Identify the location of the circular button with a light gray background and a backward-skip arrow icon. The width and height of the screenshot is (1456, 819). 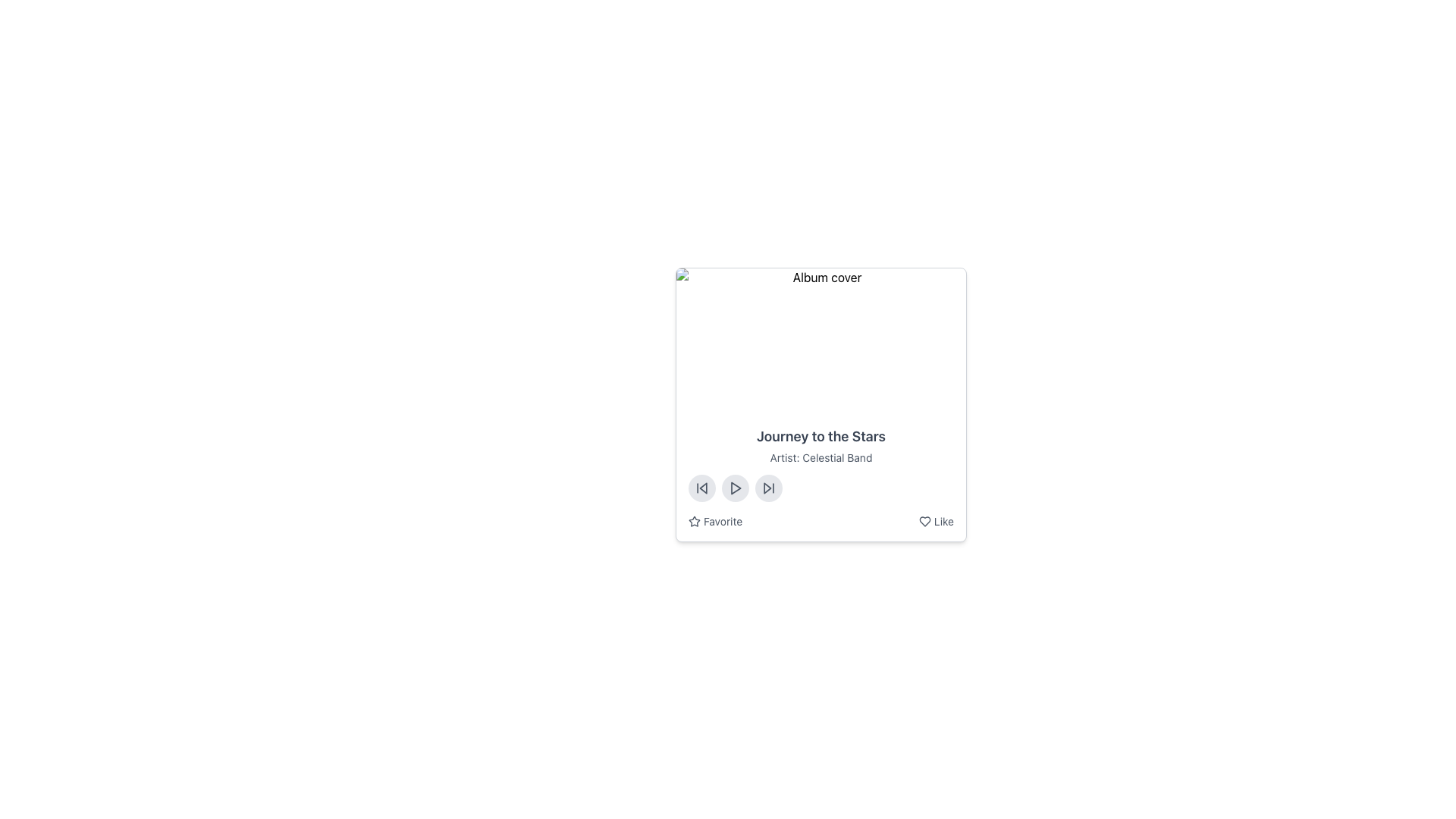
(701, 488).